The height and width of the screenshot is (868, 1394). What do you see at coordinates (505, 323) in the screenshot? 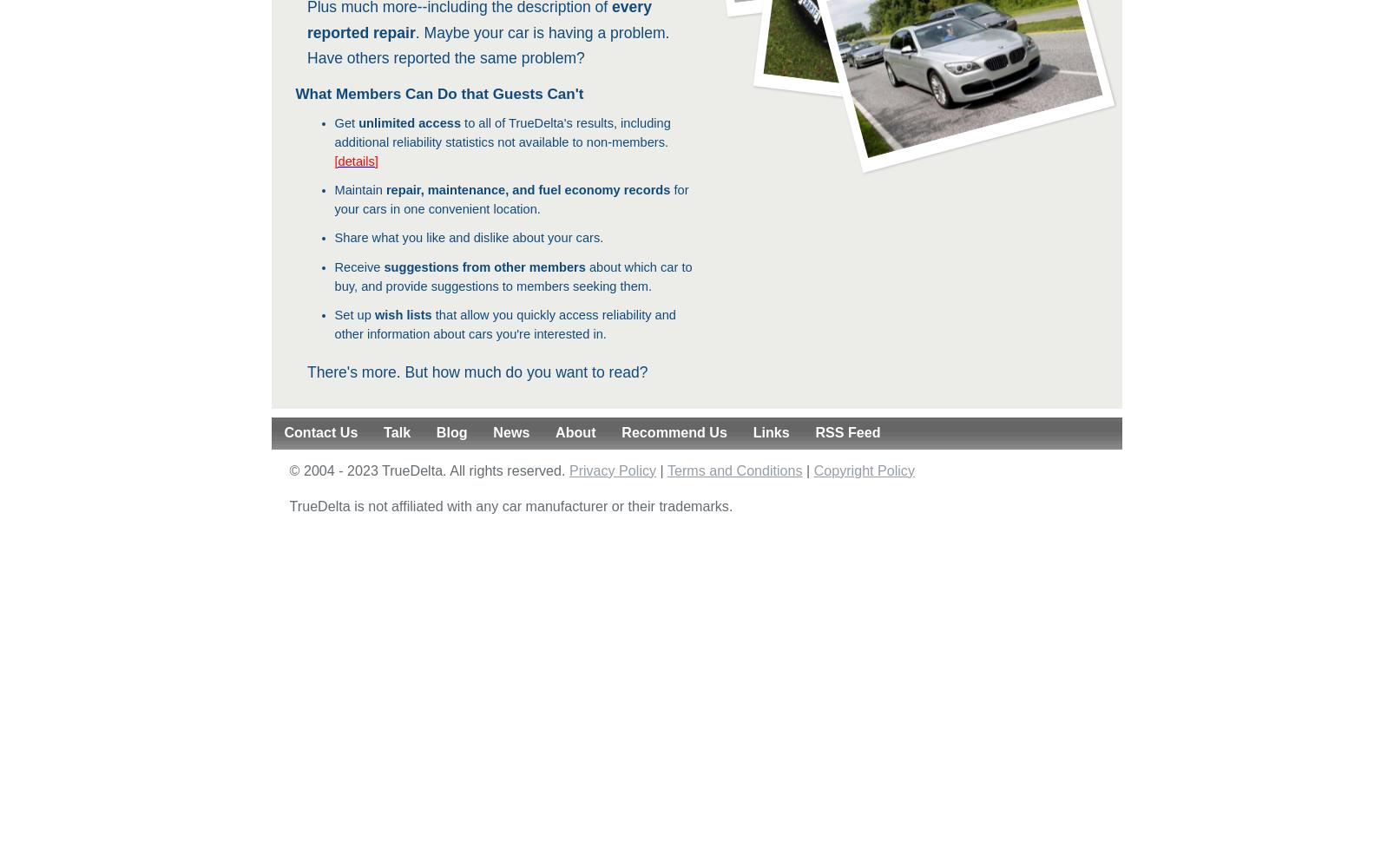
I see `'that allow you quickly access reliability and other information about cars you're interested in.'` at bounding box center [505, 323].